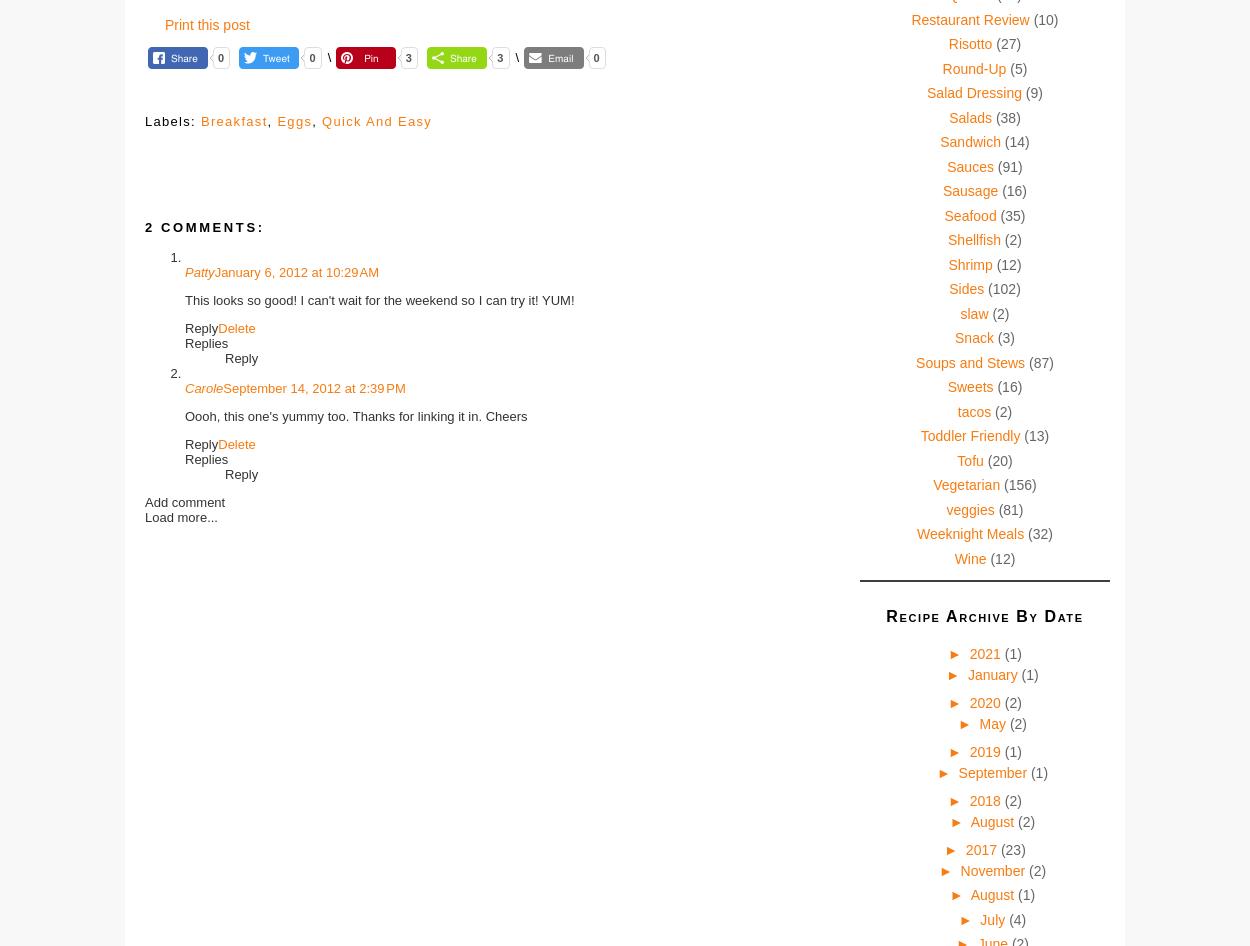  What do you see at coordinates (213, 271) in the screenshot?
I see `'January 6, 2012 at 10:29 AM'` at bounding box center [213, 271].